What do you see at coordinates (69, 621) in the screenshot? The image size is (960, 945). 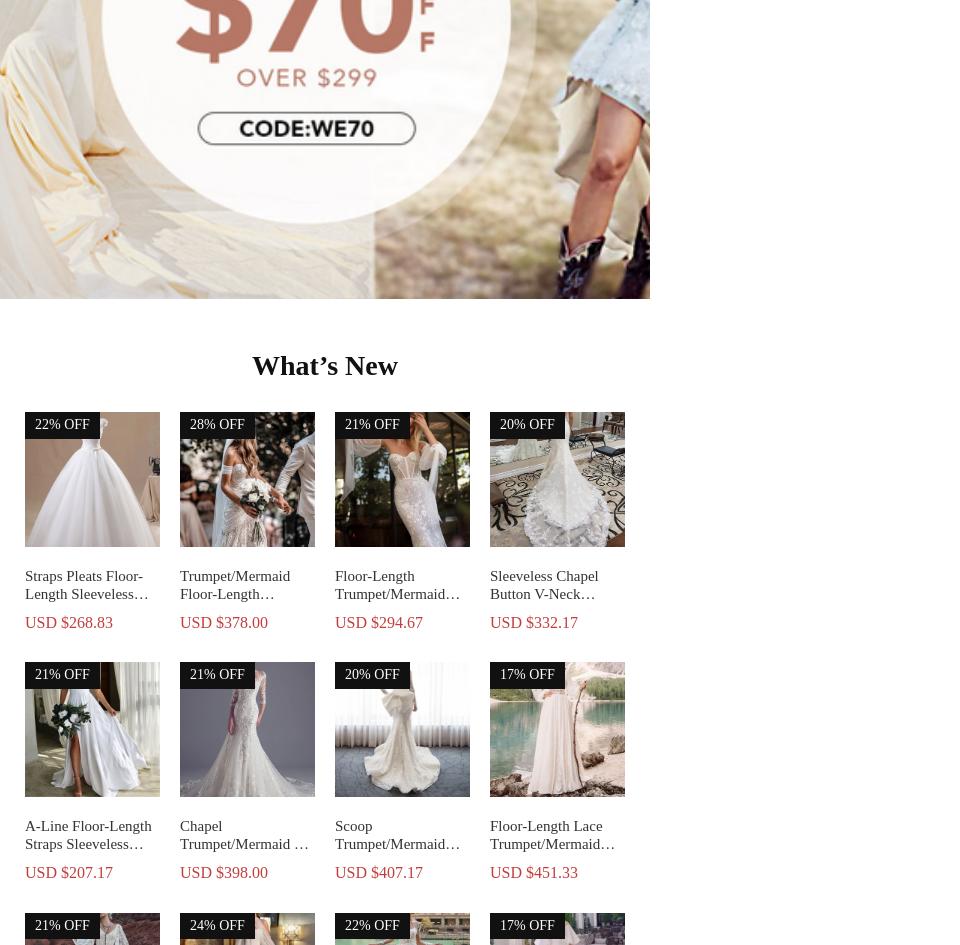 I see `'USD $268.83'` at bounding box center [69, 621].